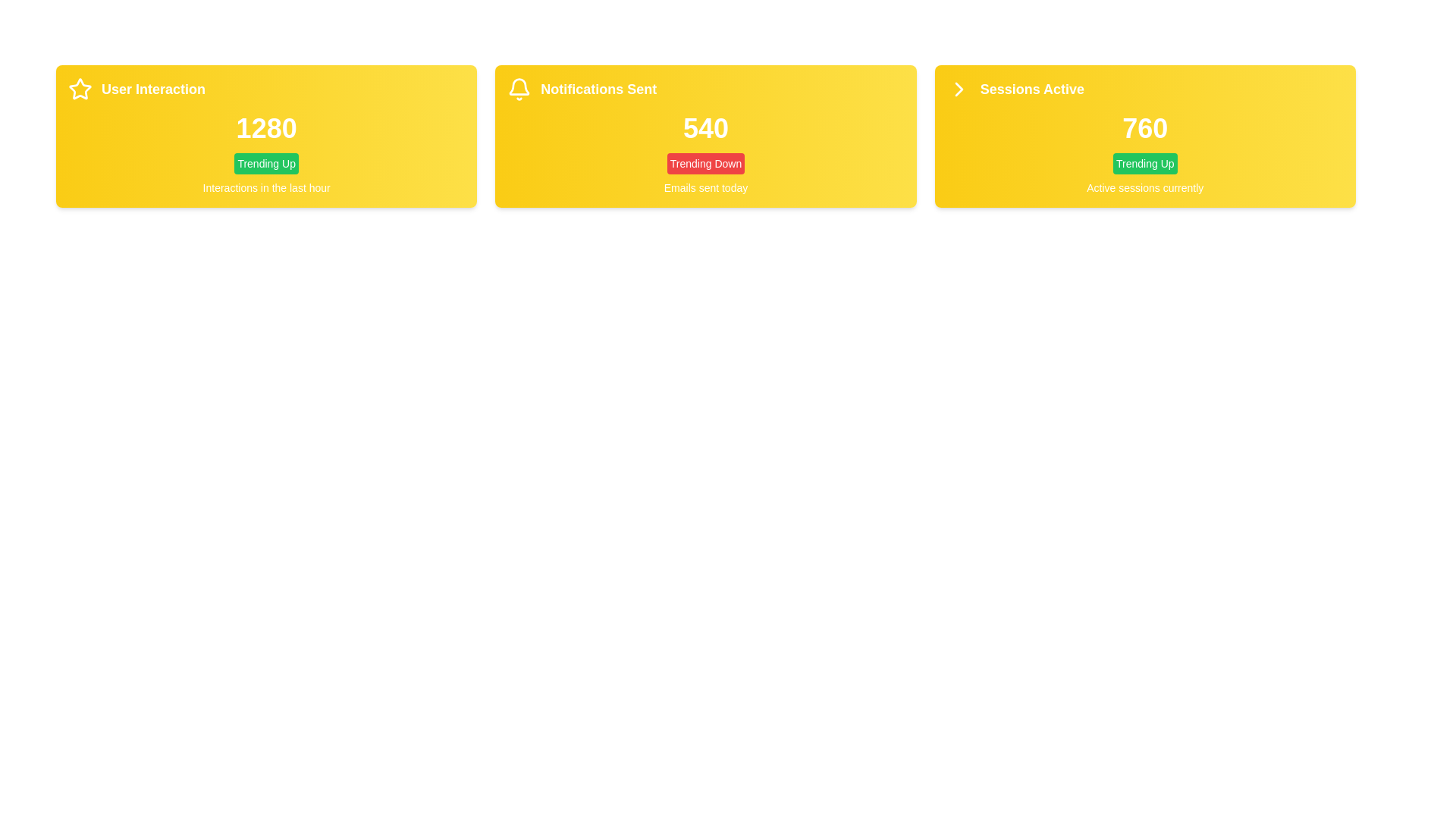  Describe the element at coordinates (958, 89) in the screenshot. I see `the icon located in the top-right corner of the third yellow card labeled 'Sessions Active'` at that location.